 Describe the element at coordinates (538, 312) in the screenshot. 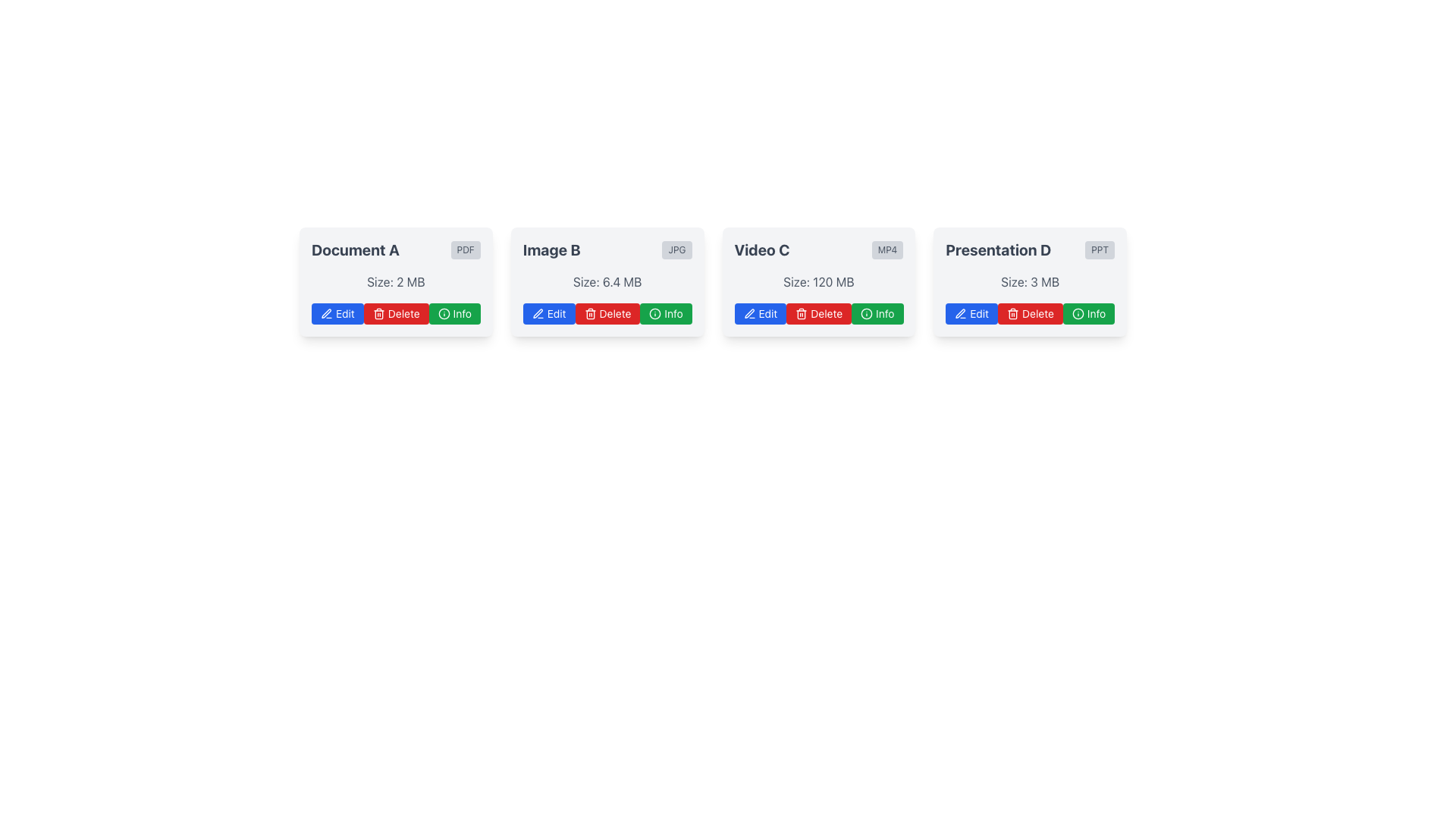

I see `the Icon Button representing the edit functionality, which features a pen icon and is located in the lower section of the card component for 'Image B'` at that location.